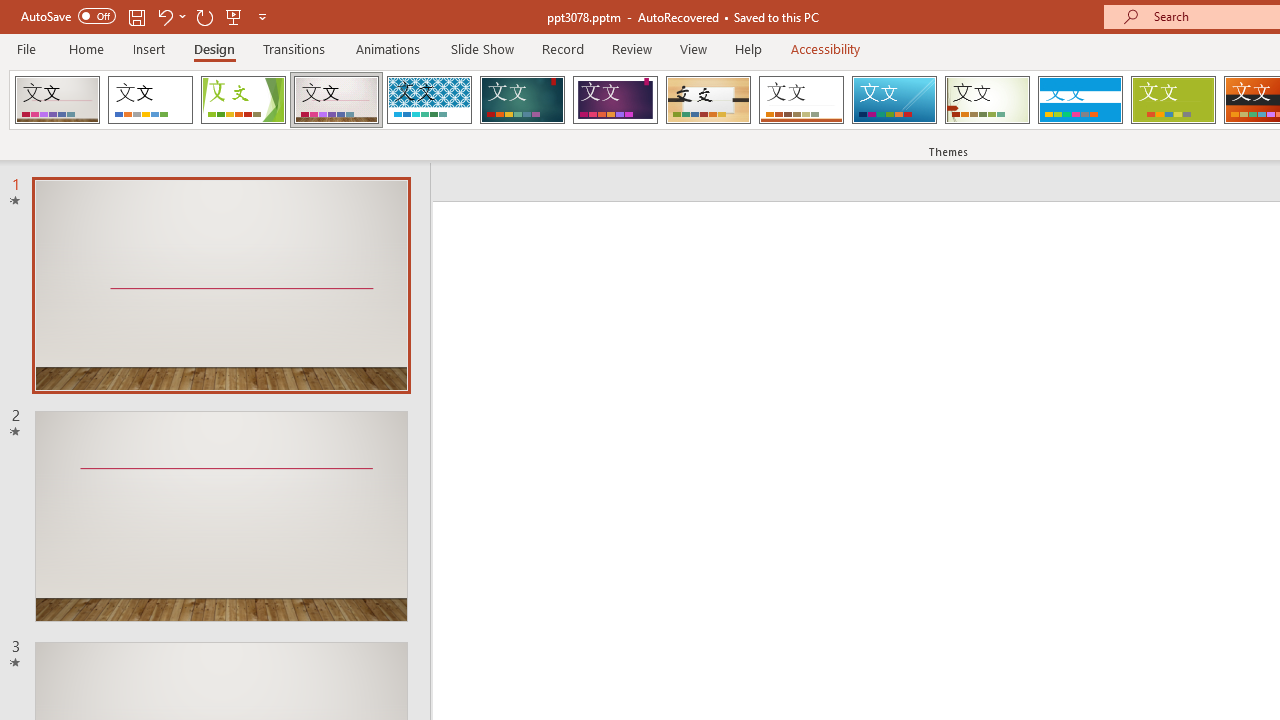 The image size is (1280, 720). I want to click on 'Wisp', so click(987, 100).